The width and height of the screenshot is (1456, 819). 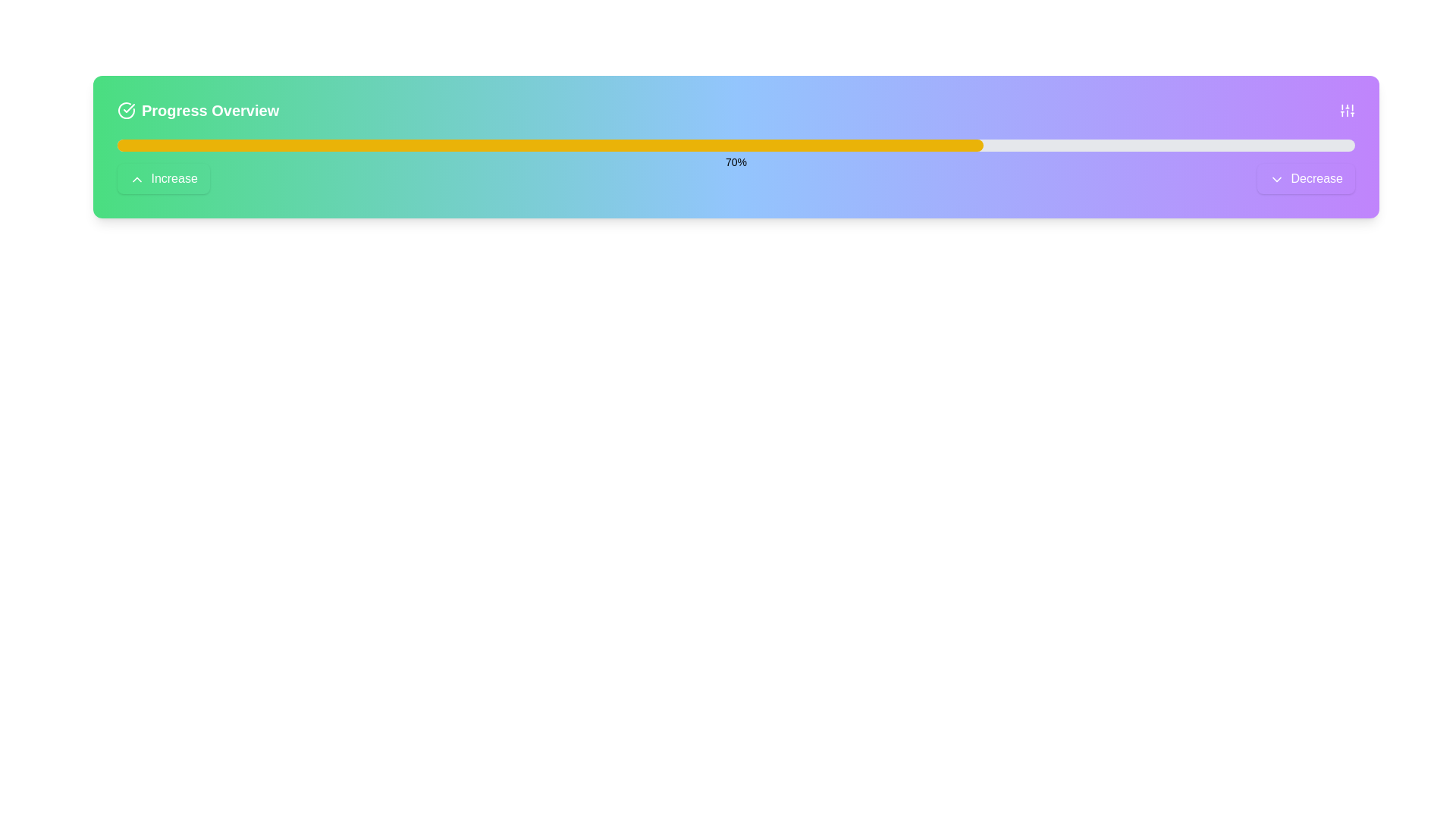 I want to click on the 'Increase' button containing the upward-facing chevron icon, so click(x=137, y=177).